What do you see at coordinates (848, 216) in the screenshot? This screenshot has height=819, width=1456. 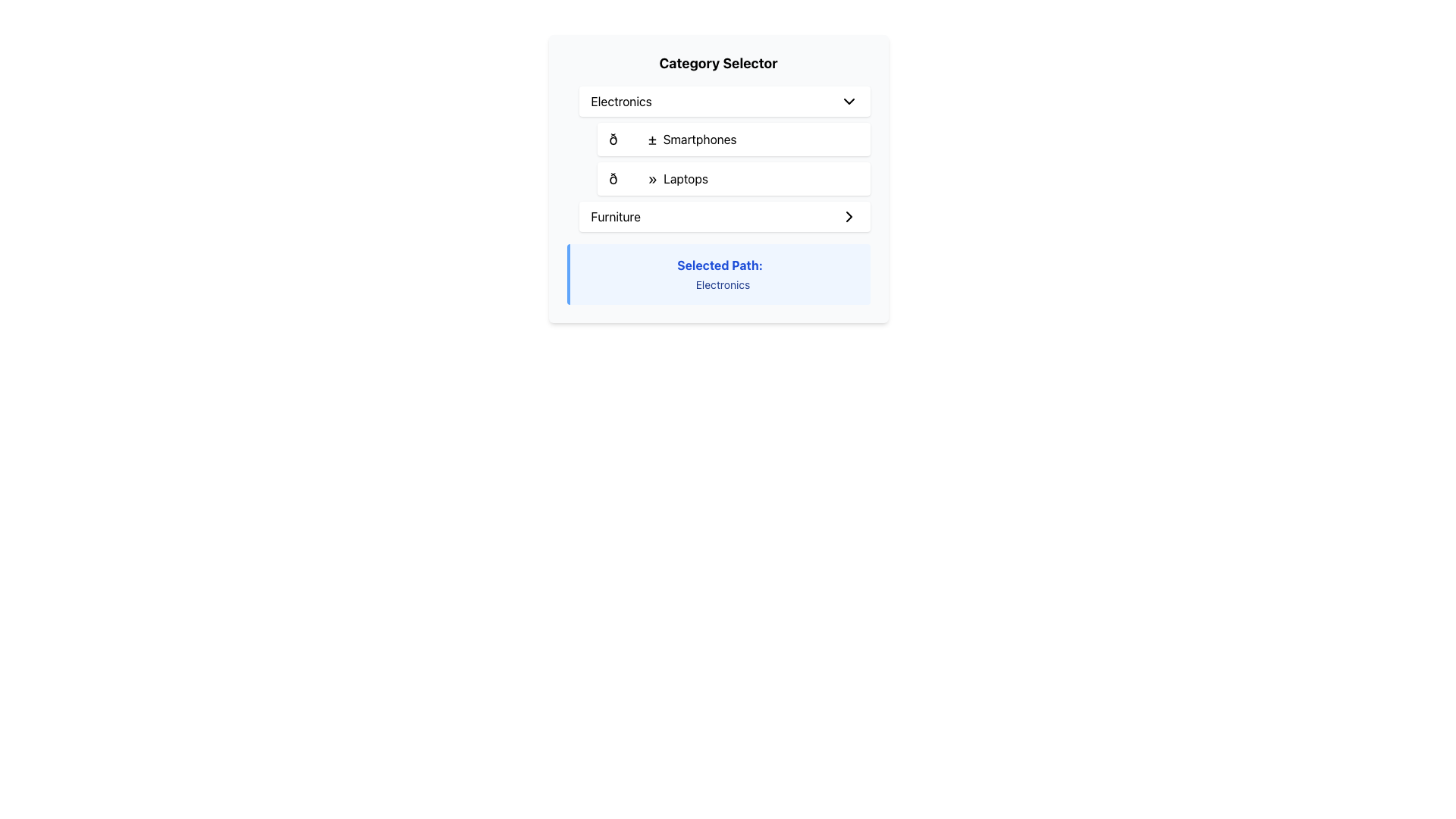 I see `the Chevron icon next to the 'Furniture' label in the Category Selector, which indicates the option to expand subcategories` at bounding box center [848, 216].